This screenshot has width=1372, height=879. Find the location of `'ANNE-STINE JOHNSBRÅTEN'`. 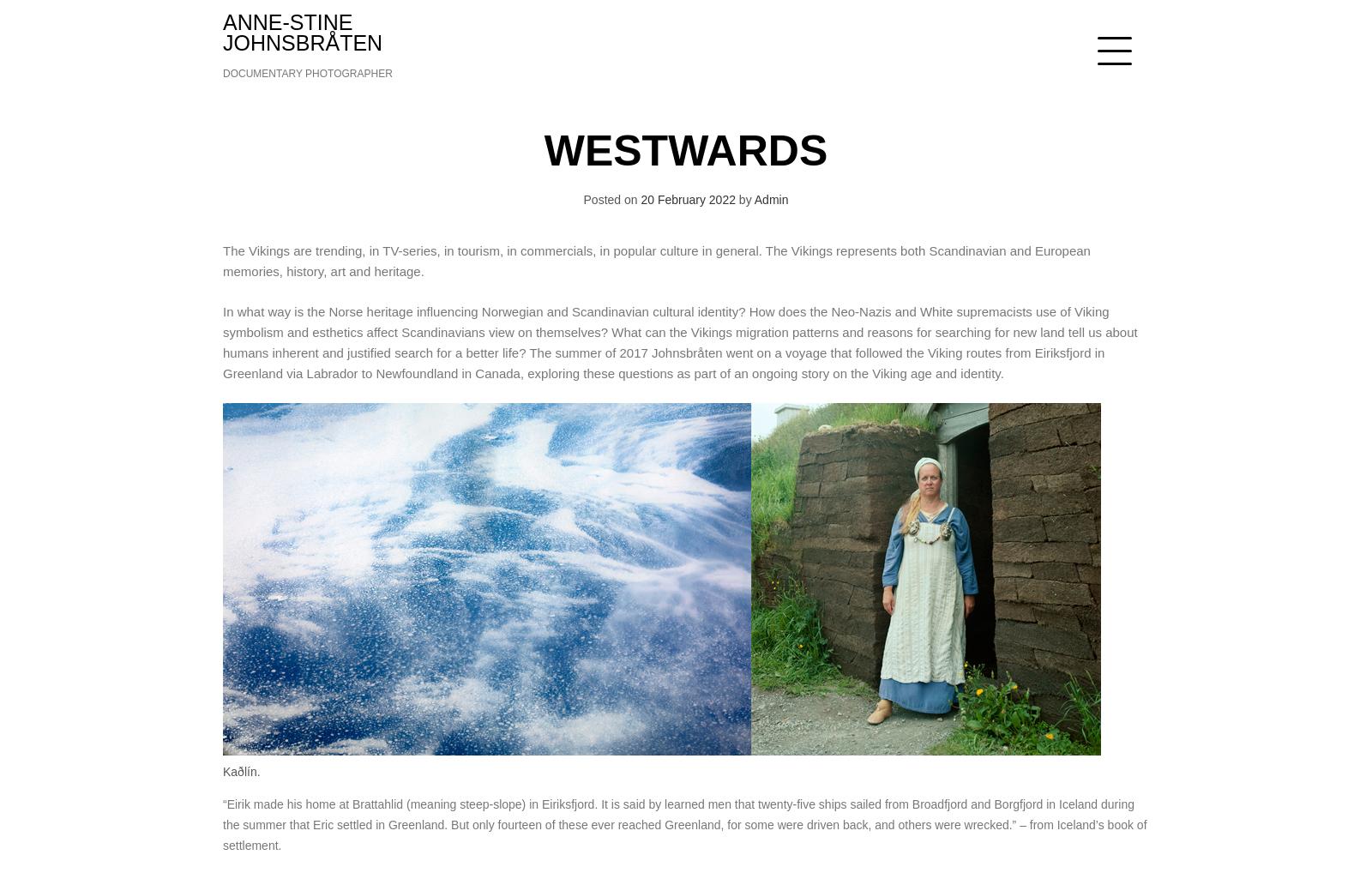

'ANNE-STINE JOHNSBRÅTEN' is located at coordinates (302, 33).